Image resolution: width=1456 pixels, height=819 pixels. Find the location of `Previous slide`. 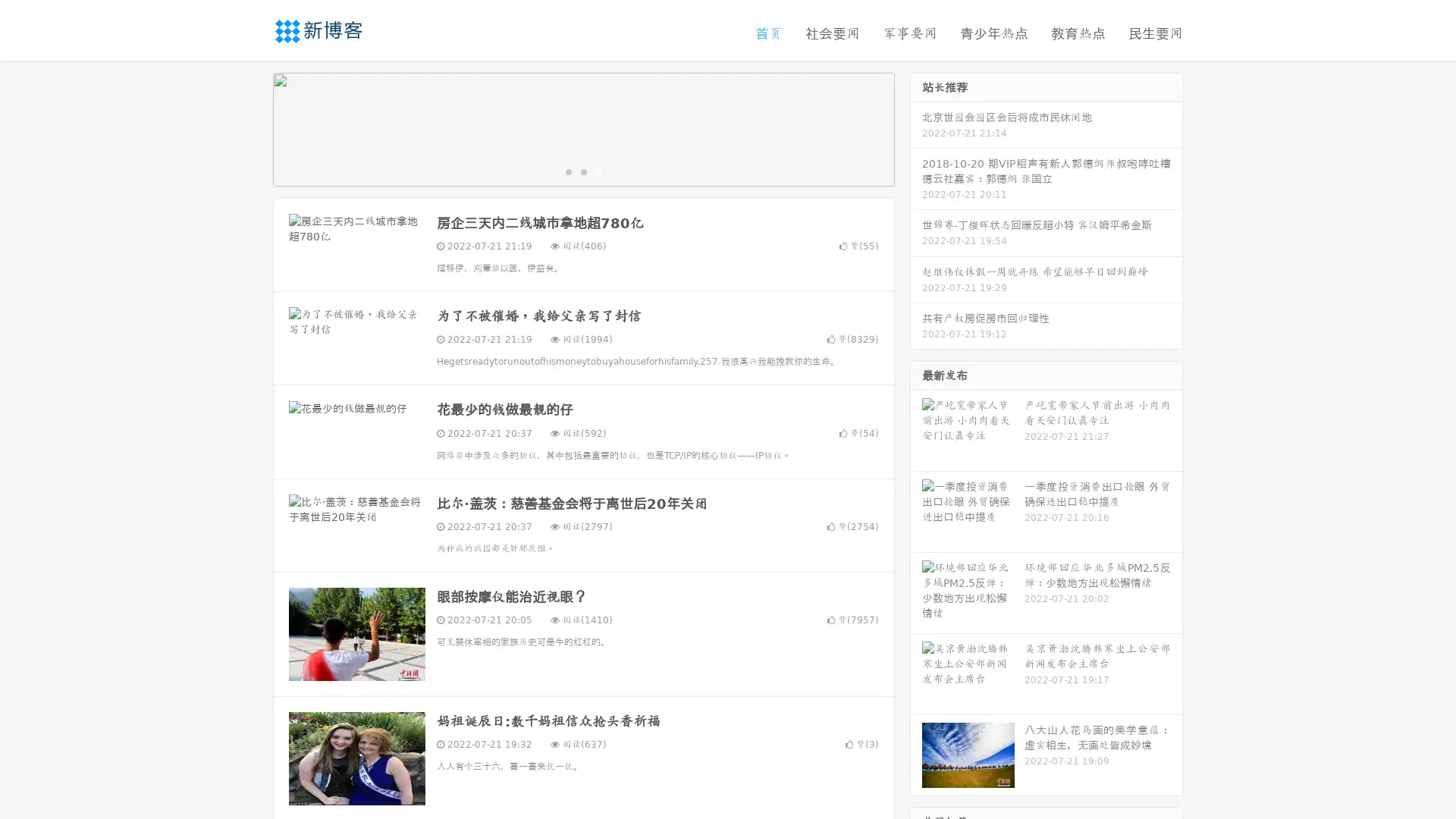

Previous slide is located at coordinates (250, 127).